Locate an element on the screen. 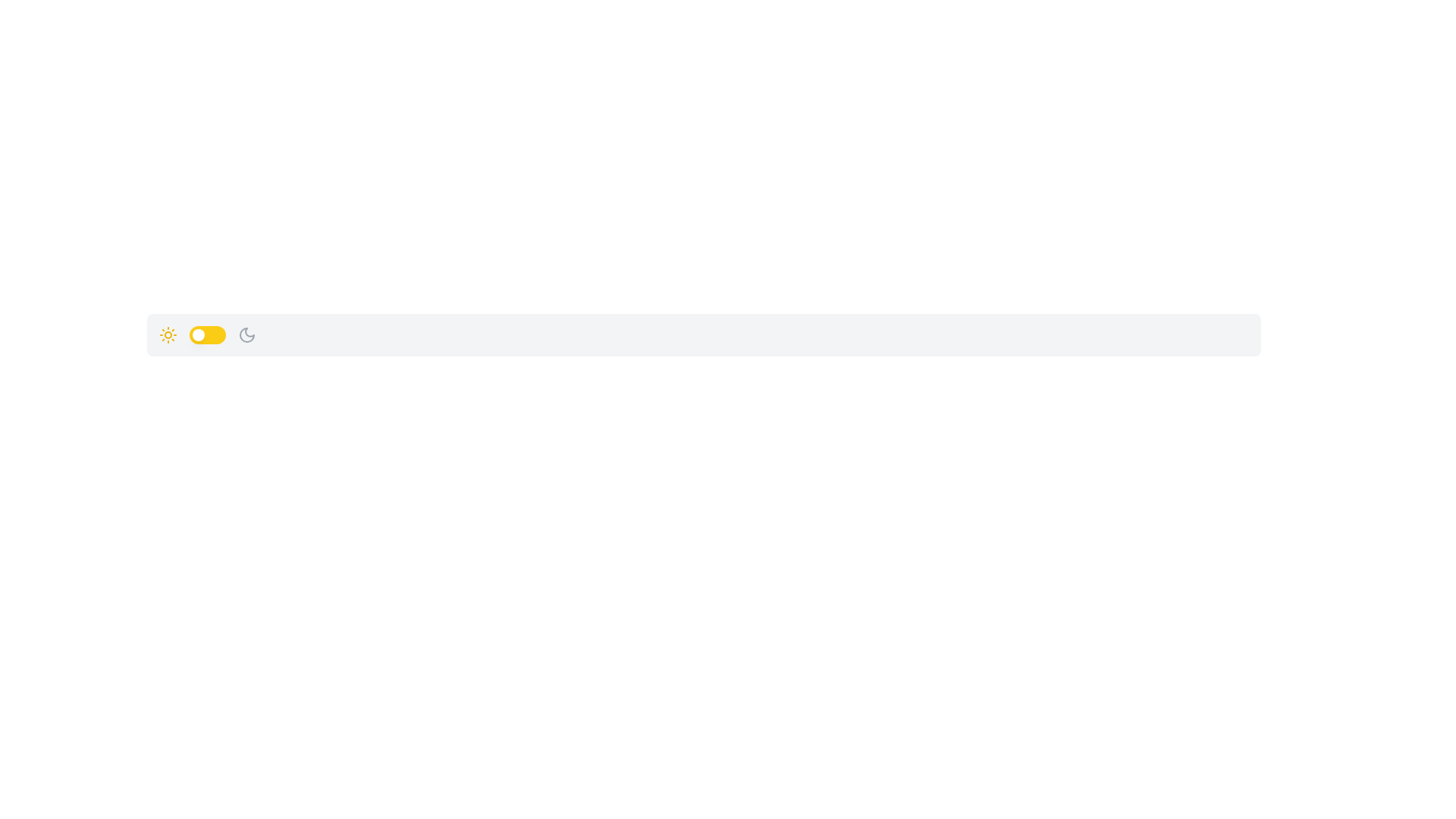 The height and width of the screenshot is (819, 1456). the moon icon that signifies a connection to a night or dark mode feature, located at the far right of the control row is located at coordinates (247, 334).